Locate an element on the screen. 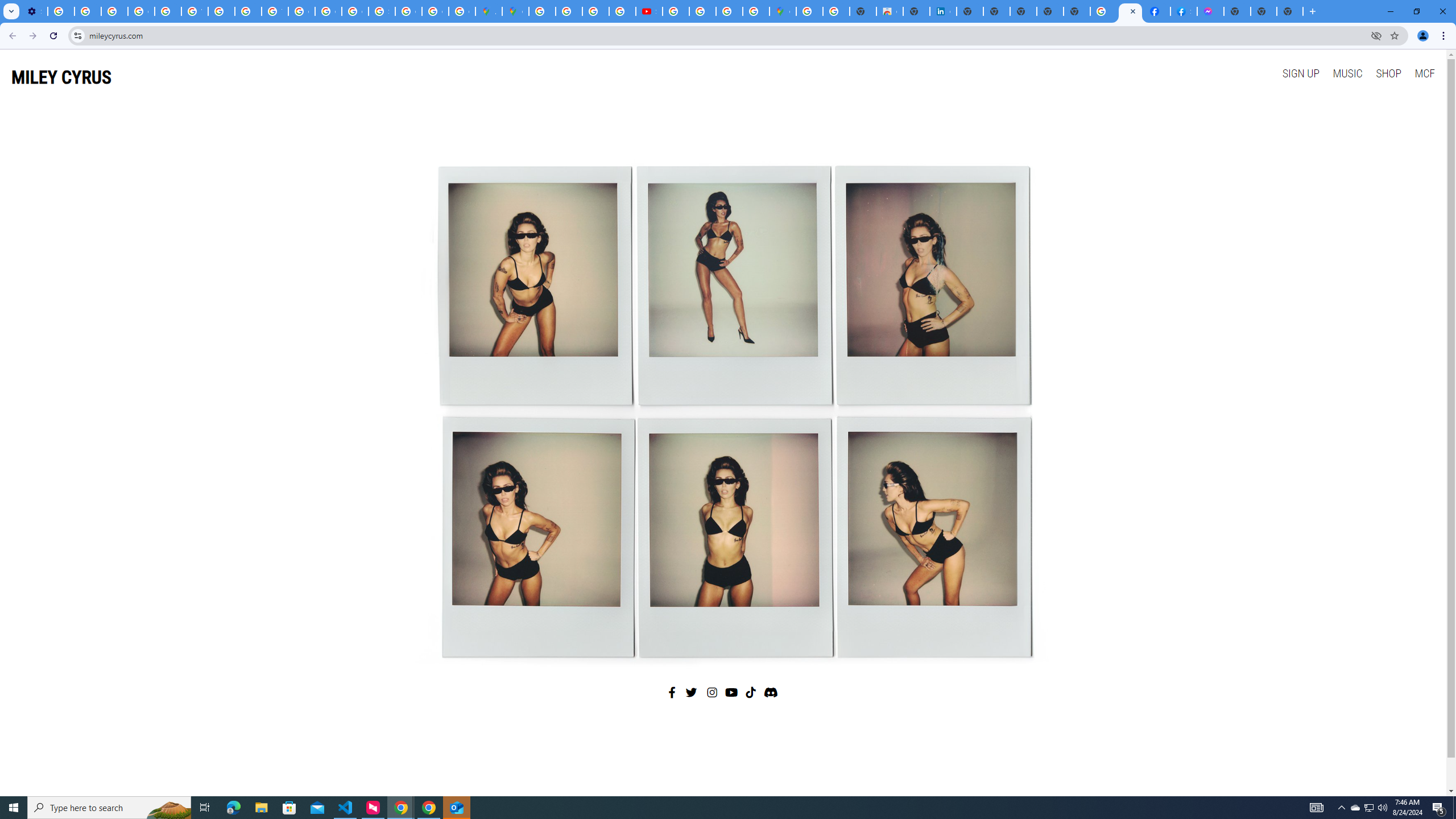 The height and width of the screenshot is (819, 1456). 'Subscriptions - YouTube' is located at coordinates (649, 11).